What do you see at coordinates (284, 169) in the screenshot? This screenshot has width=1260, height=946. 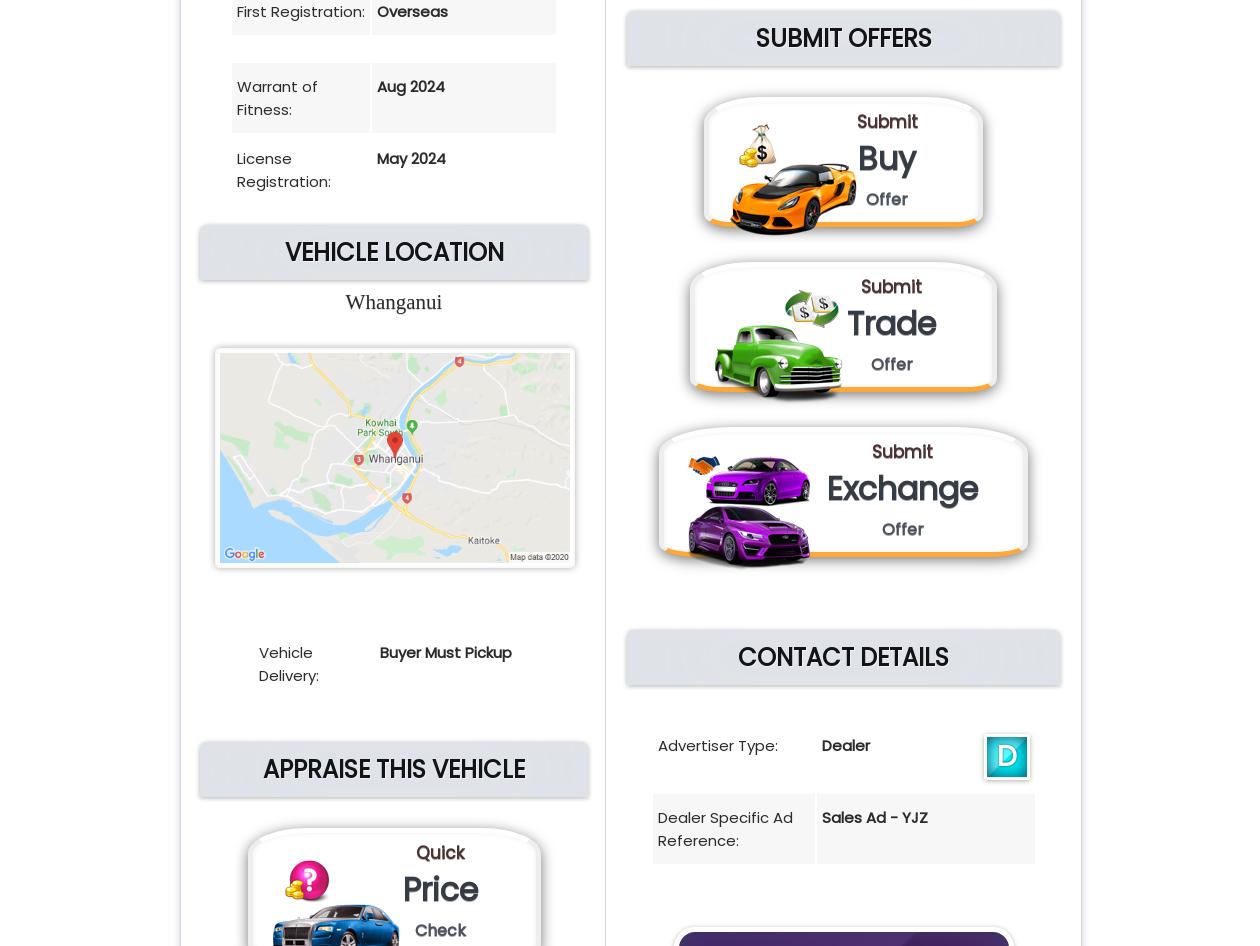 I see `'License Registration:'` at bounding box center [284, 169].